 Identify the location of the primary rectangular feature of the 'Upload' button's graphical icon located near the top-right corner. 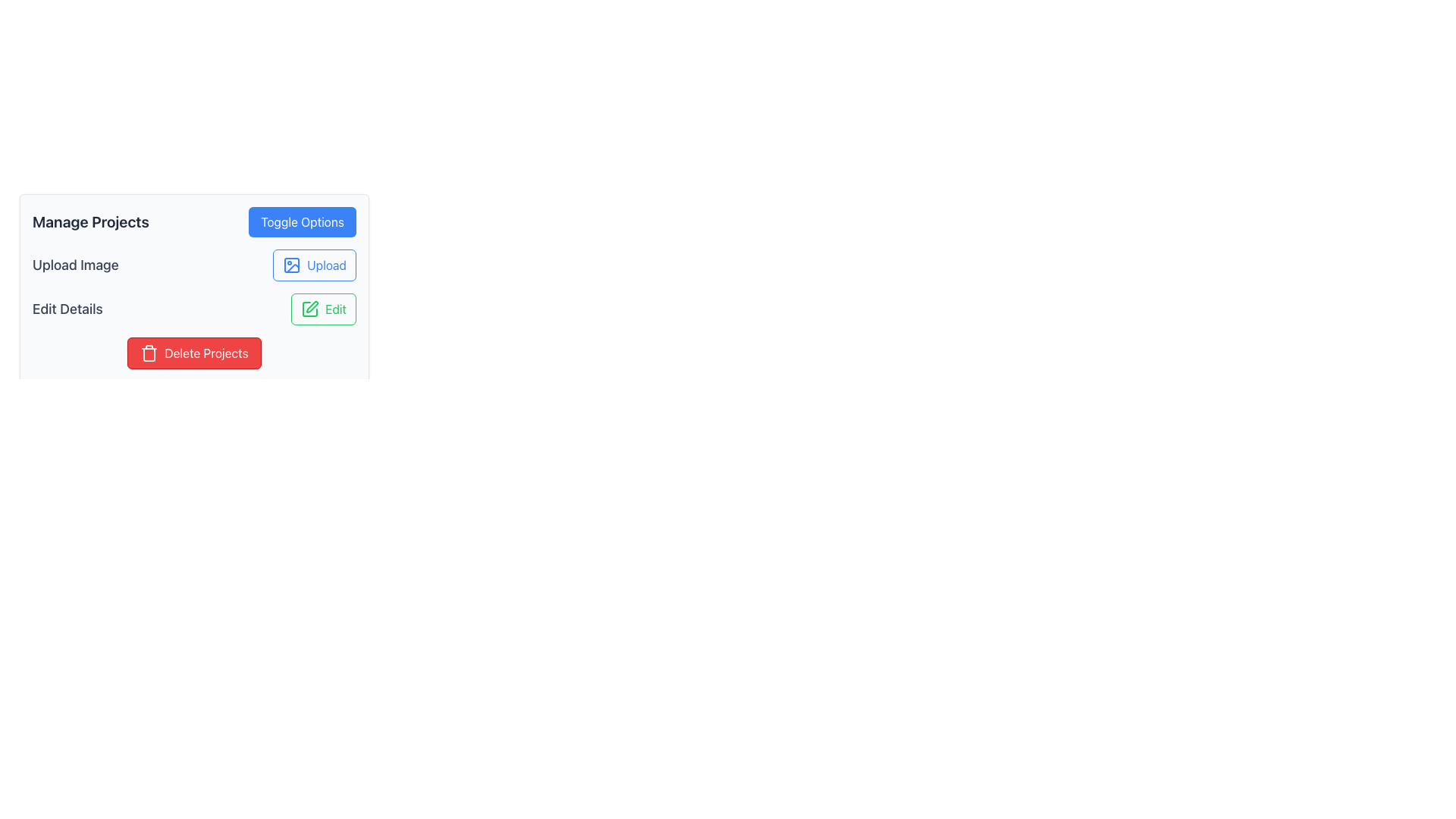
(292, 265).